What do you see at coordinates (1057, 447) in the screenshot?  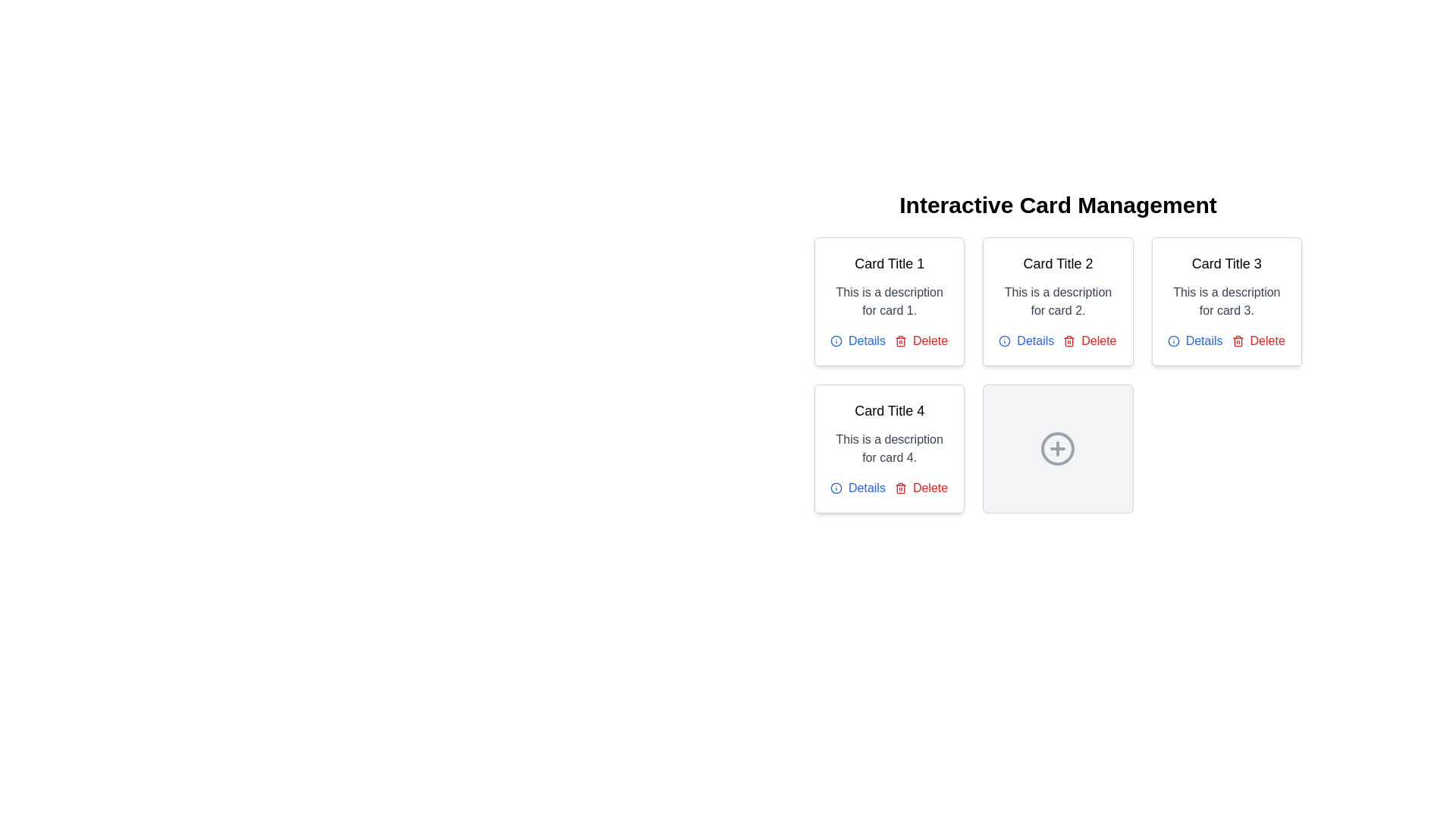 I see `the interactive button used to add or create a new item or card, located in the second row and second column of the grid layout` at bounding box center [1057, 447].